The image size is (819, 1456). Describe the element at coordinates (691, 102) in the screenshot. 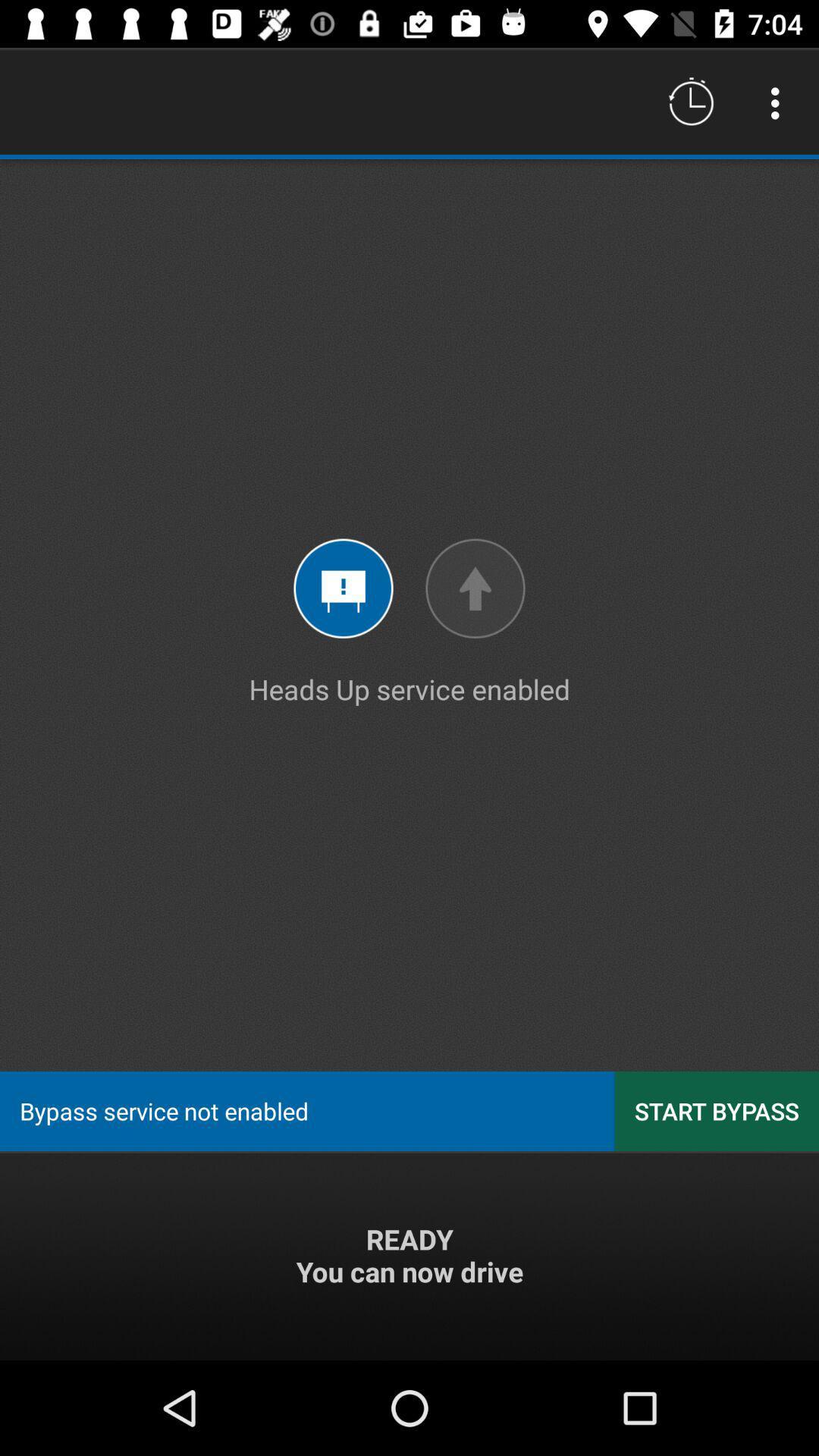

I see `the icon above heads up service icon` at that location.